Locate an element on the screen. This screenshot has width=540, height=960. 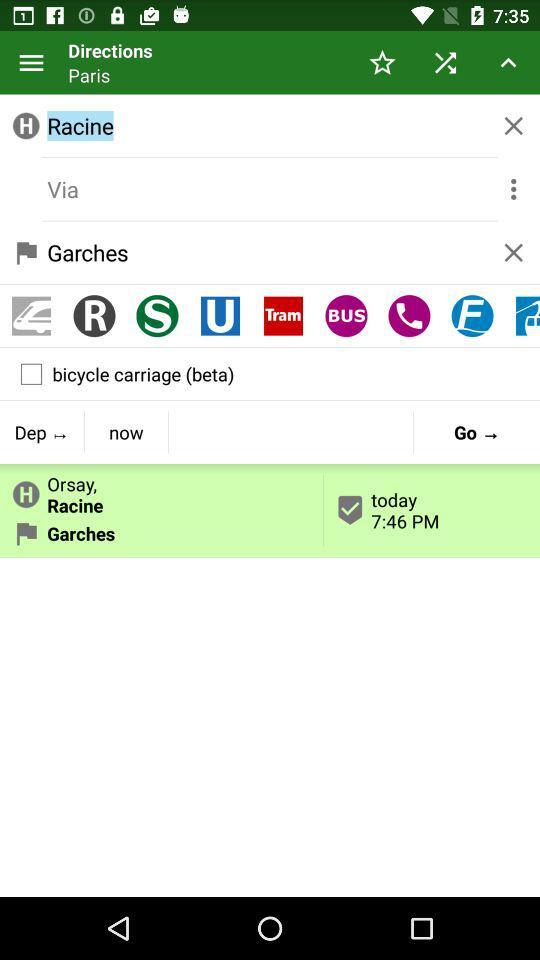
the call icon is located at coordinates (408, 338).